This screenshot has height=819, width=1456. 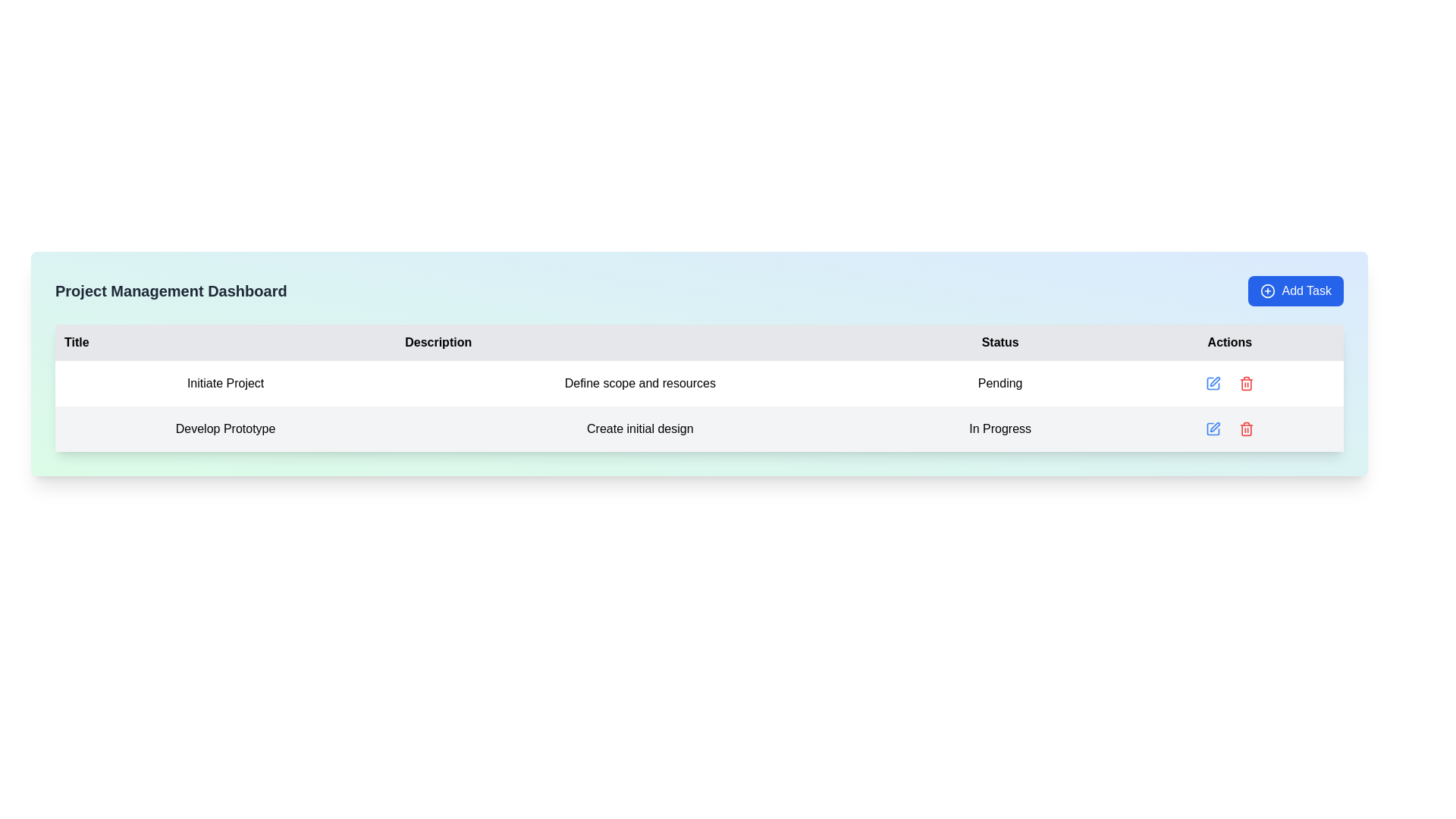 What do you see at coordinates (1268, 291) in the screenshot?
I see `the blue circular icon with a white cross in the center, which is part of the 'Add Task' button located in the upper-right corner of the interface` at bounding box center [1268, 291].